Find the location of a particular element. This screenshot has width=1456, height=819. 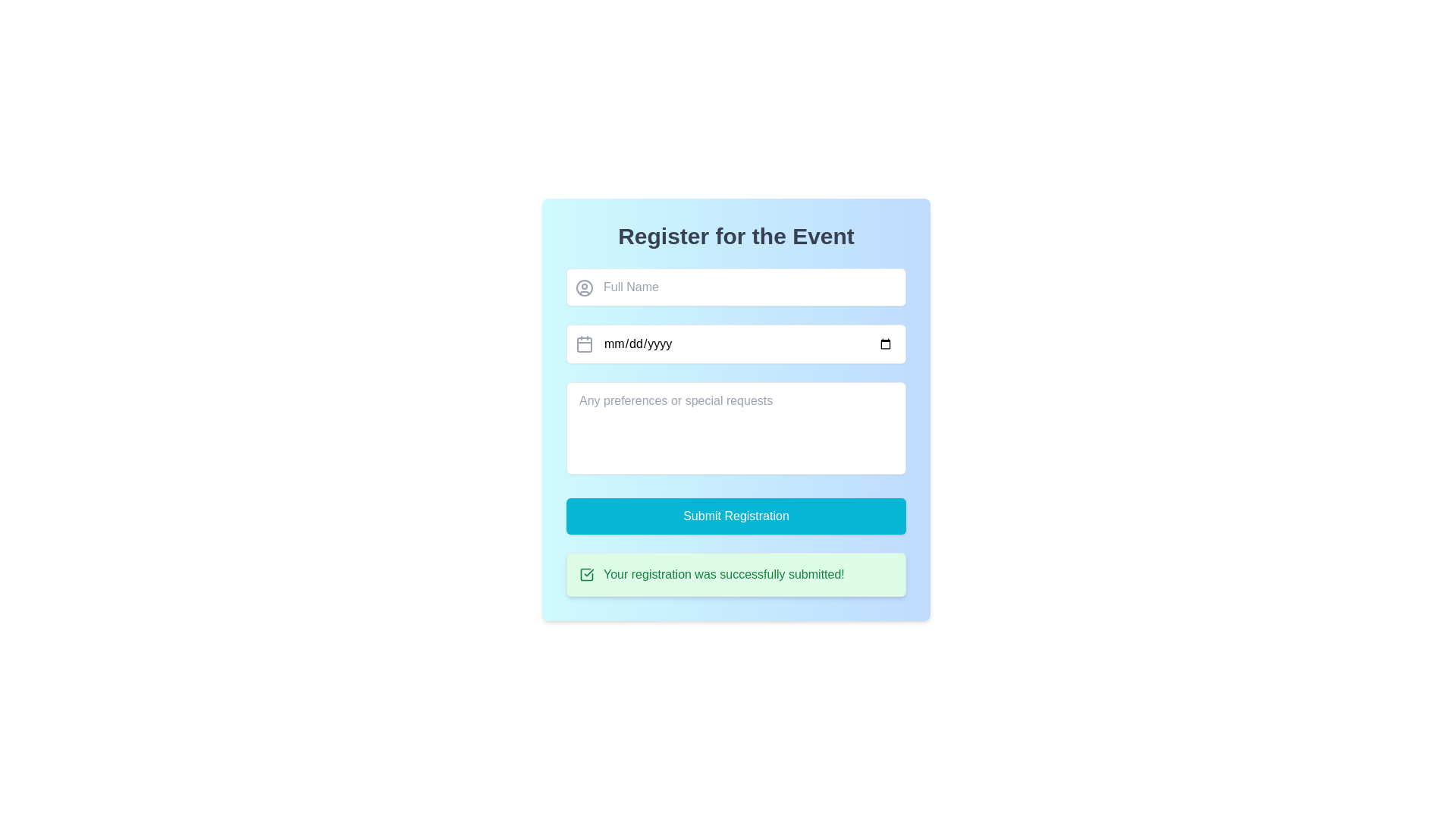

text content of the Alert box that displays 'Your registration was successfully submitted!' which is a light green rectangular box with rounded corners located below the 'Submit Registration' button is located at coordinates (736, 575).